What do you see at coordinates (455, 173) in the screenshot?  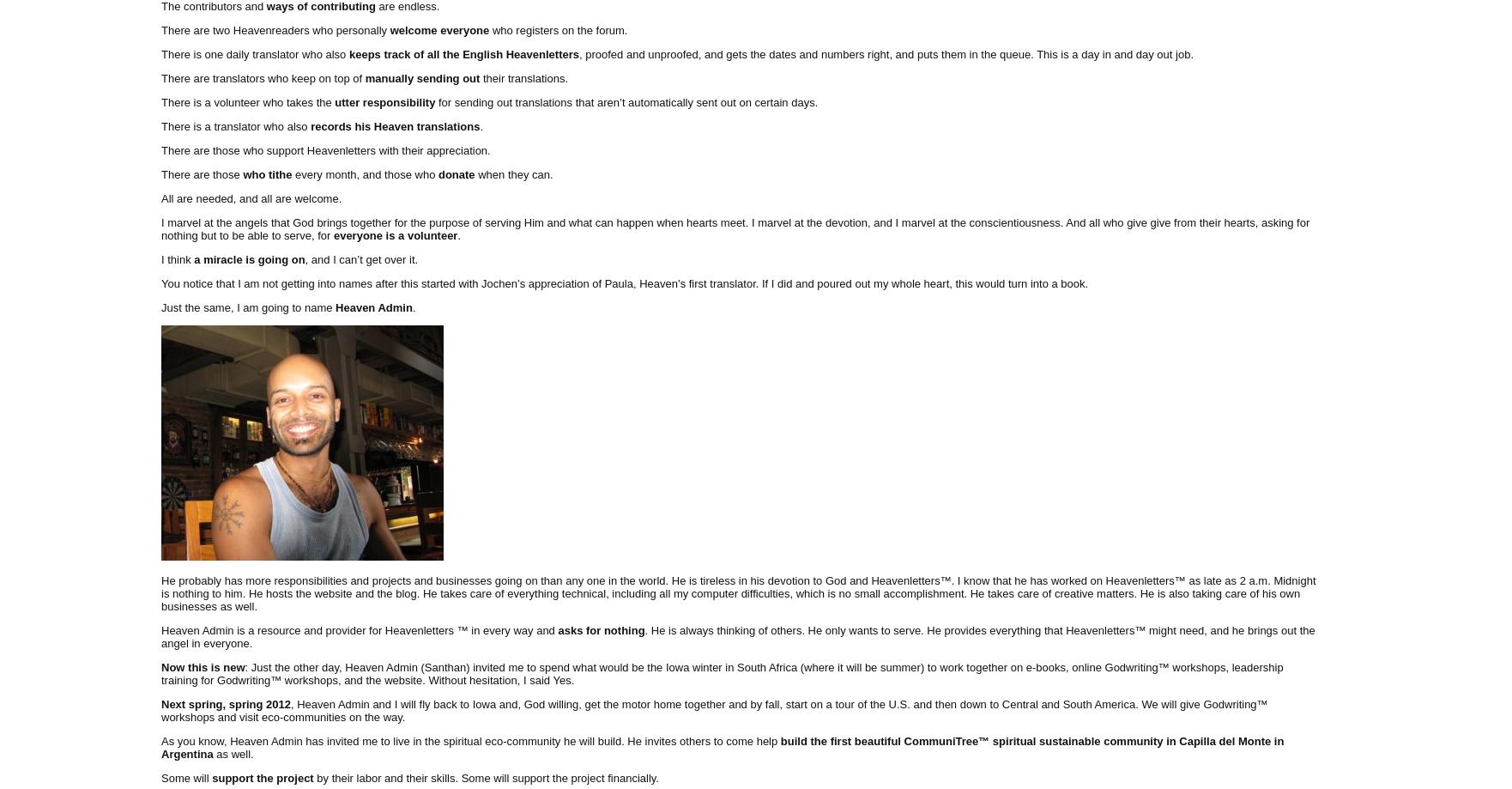 I see `'donate'` at bounding box center [455, 173].